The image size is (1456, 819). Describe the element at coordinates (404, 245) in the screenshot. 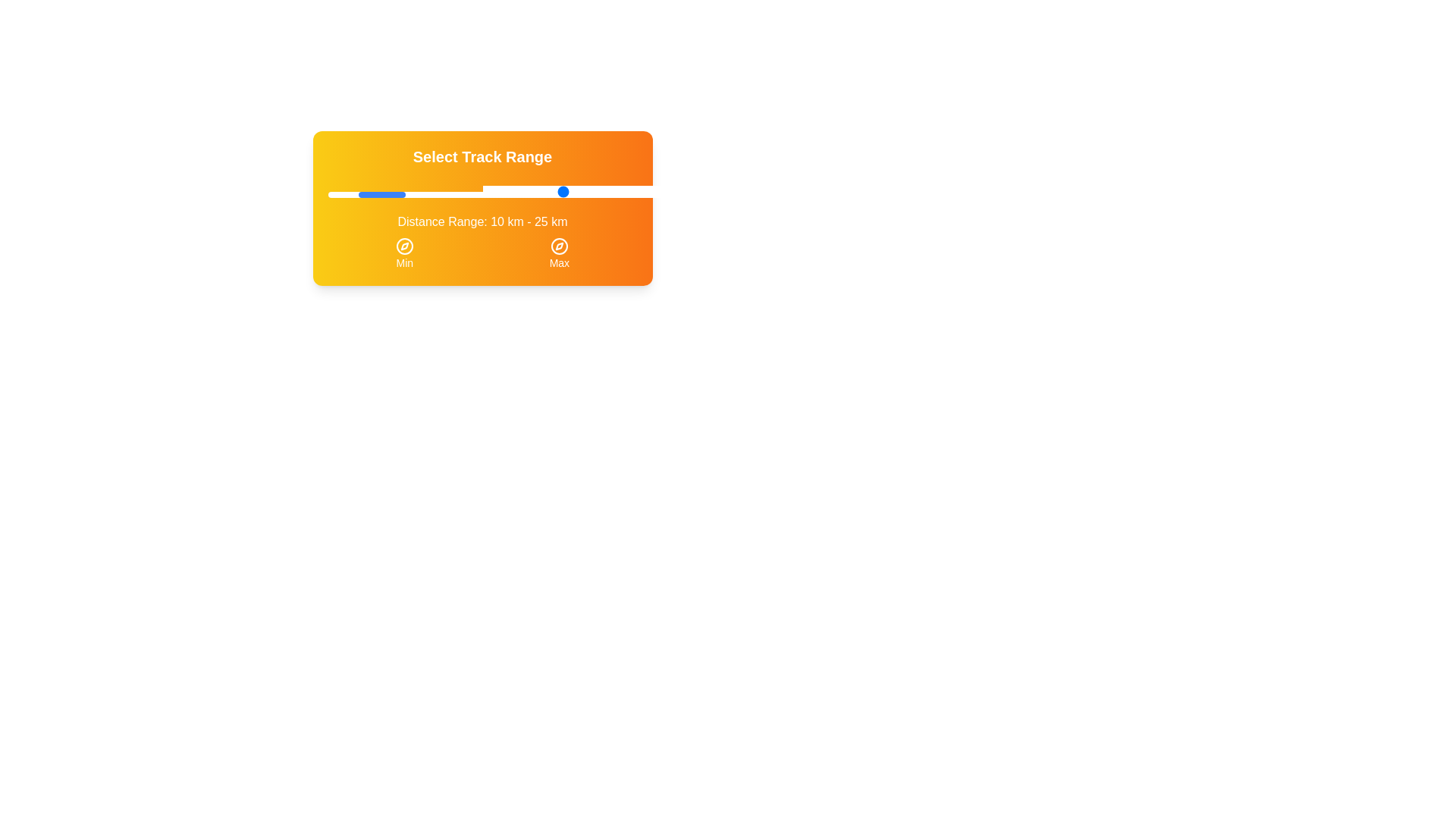

I see `the 'Min' value icon in the range selection interface, which is positioned to the left of the text 'Min' within an orange box under 'Distance Range: 10 km - 25 km'` at that location.